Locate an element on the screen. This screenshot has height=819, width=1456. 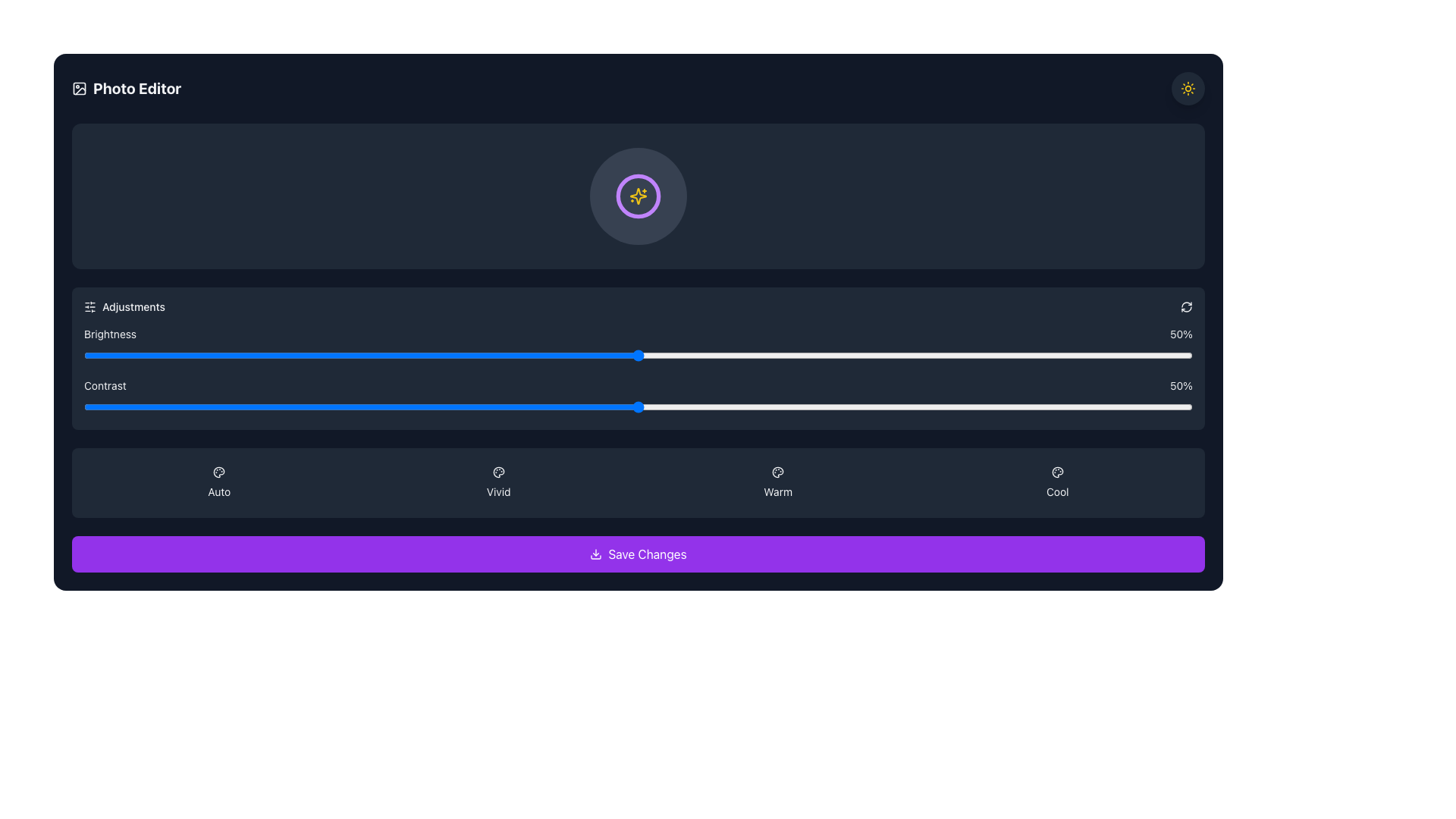
the circular graphic icon with a purple border and a yellow star inside, located in the upper section of the interface is located at coordinates (638, 195).